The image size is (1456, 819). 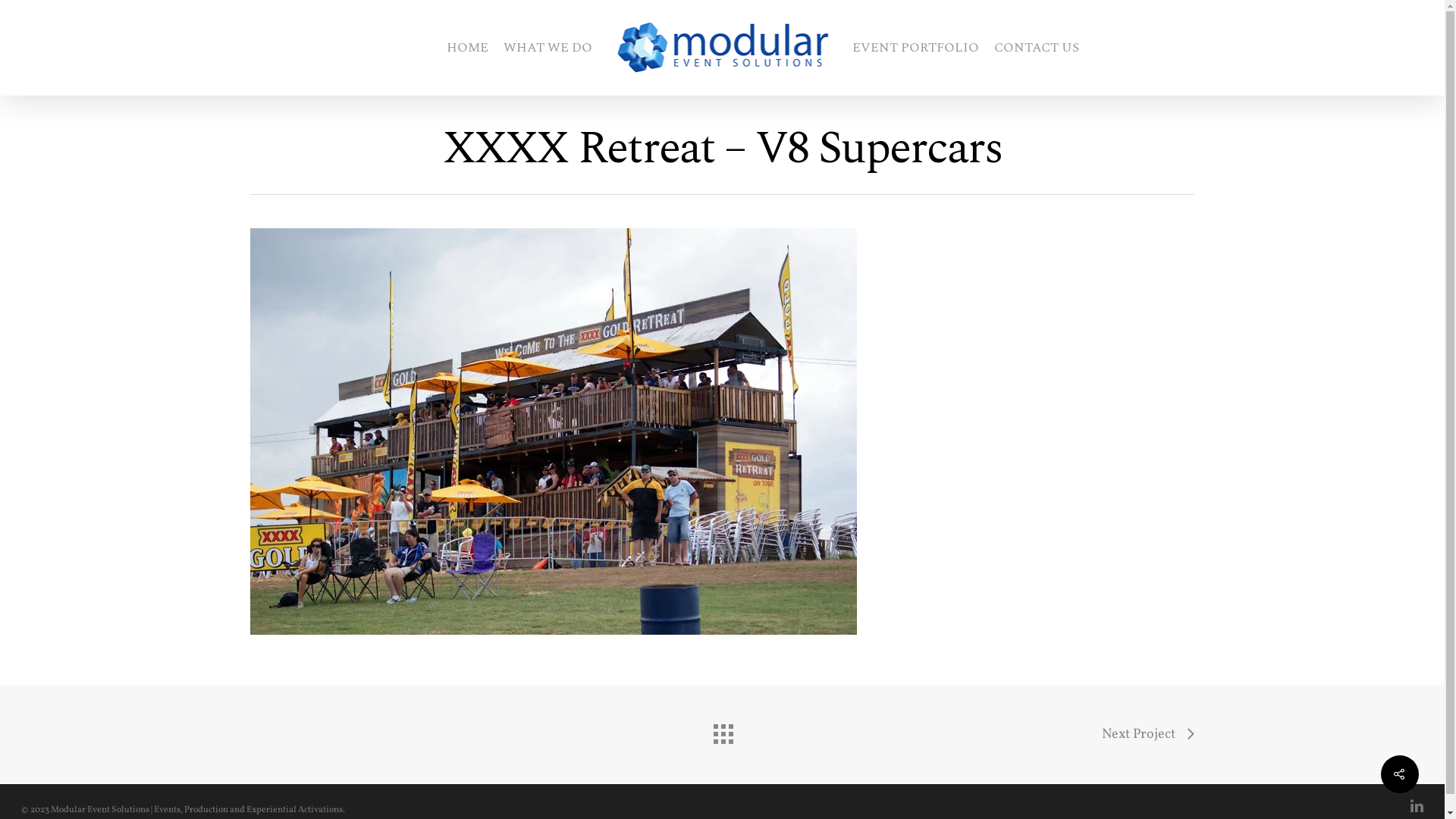 What do you see at coordinates (466, 46) in the screenshot?
I see `'HOME'` at bounding box center [466, 46].